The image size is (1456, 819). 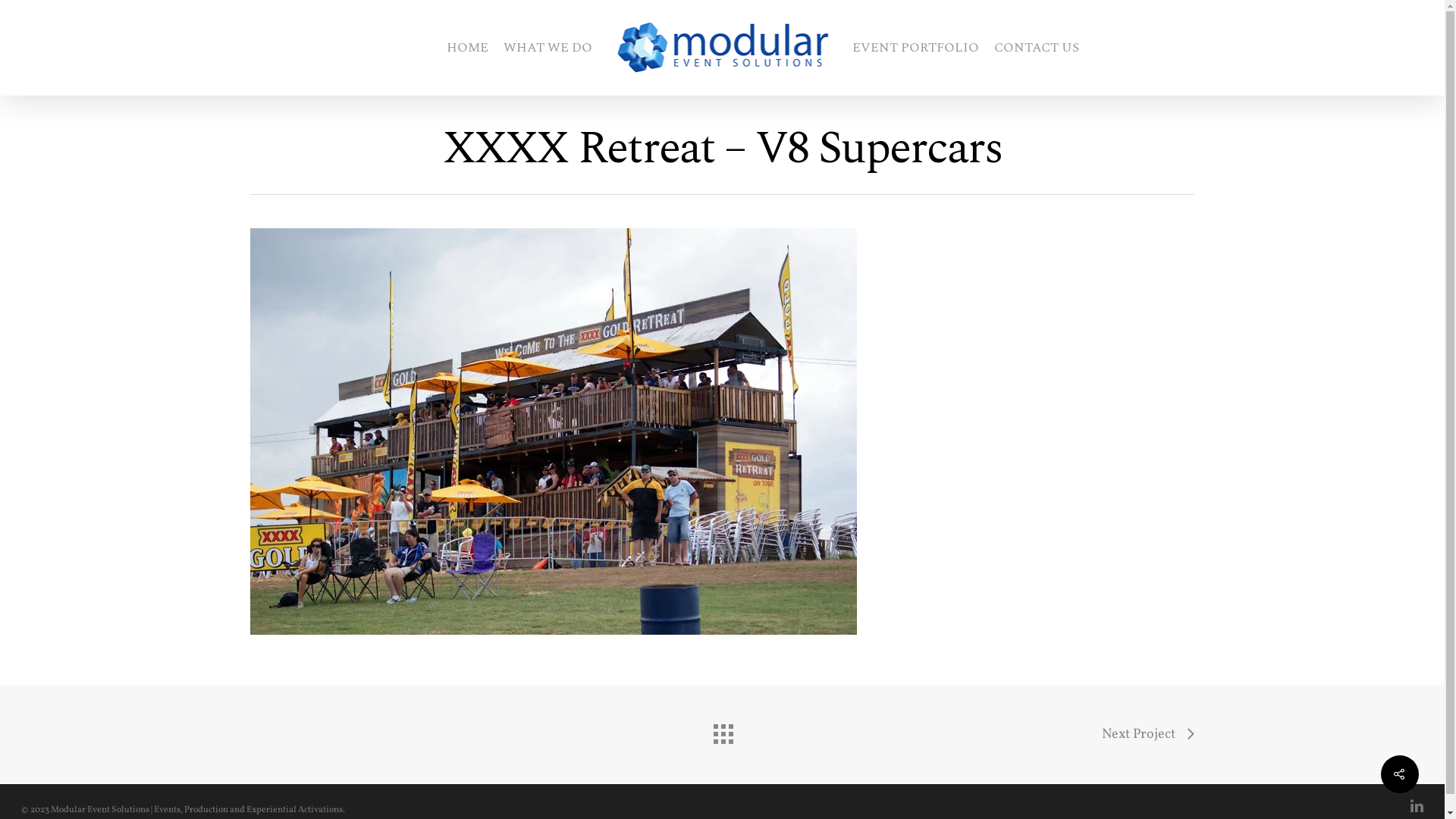 What do you see at coordinates (466, 46) in the screenshot?
I see `'HOME'` at bounding box center [466, 46].